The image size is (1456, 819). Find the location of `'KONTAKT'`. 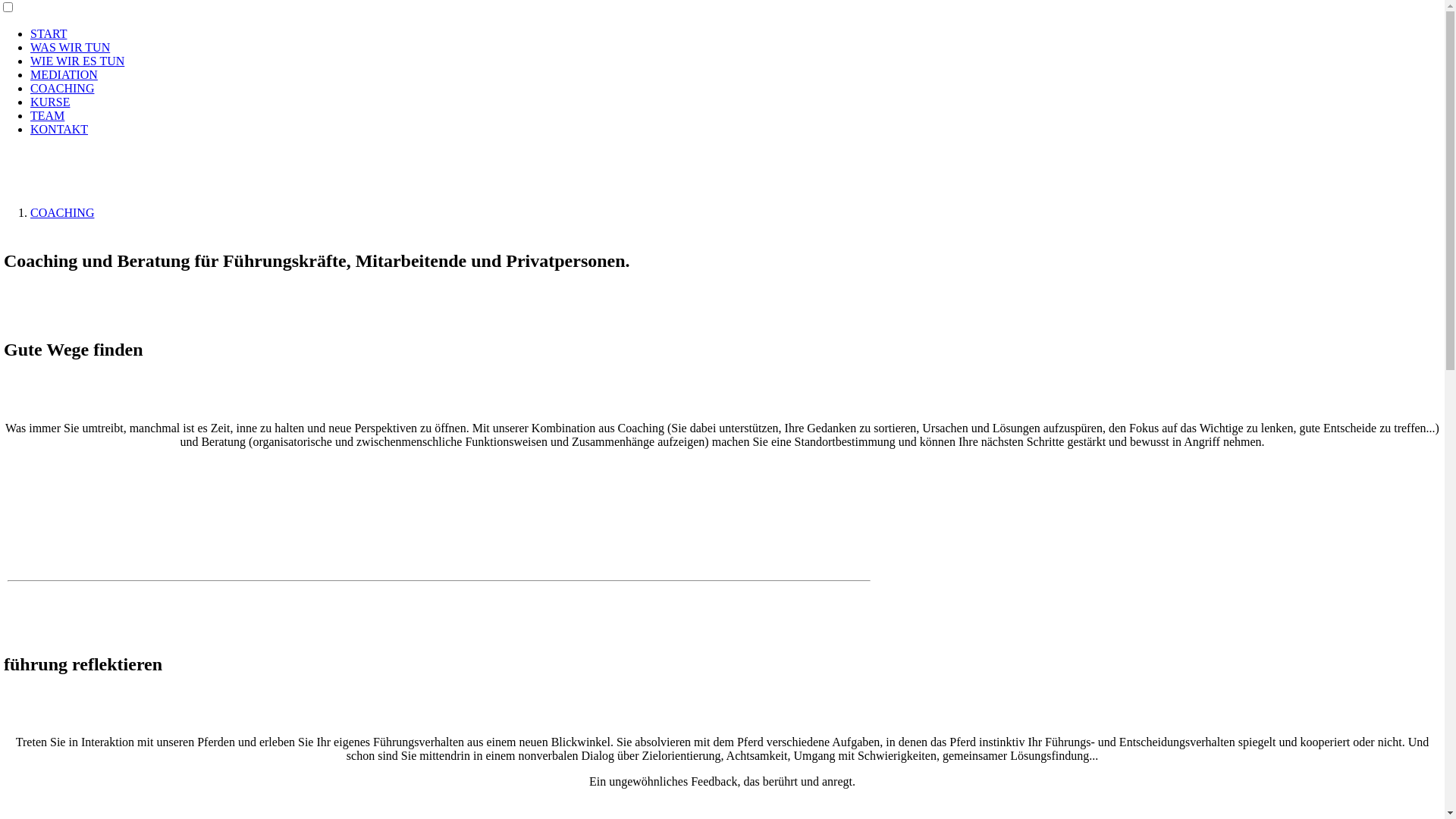

'KONTAKT' is located at coordinates (58, 128).